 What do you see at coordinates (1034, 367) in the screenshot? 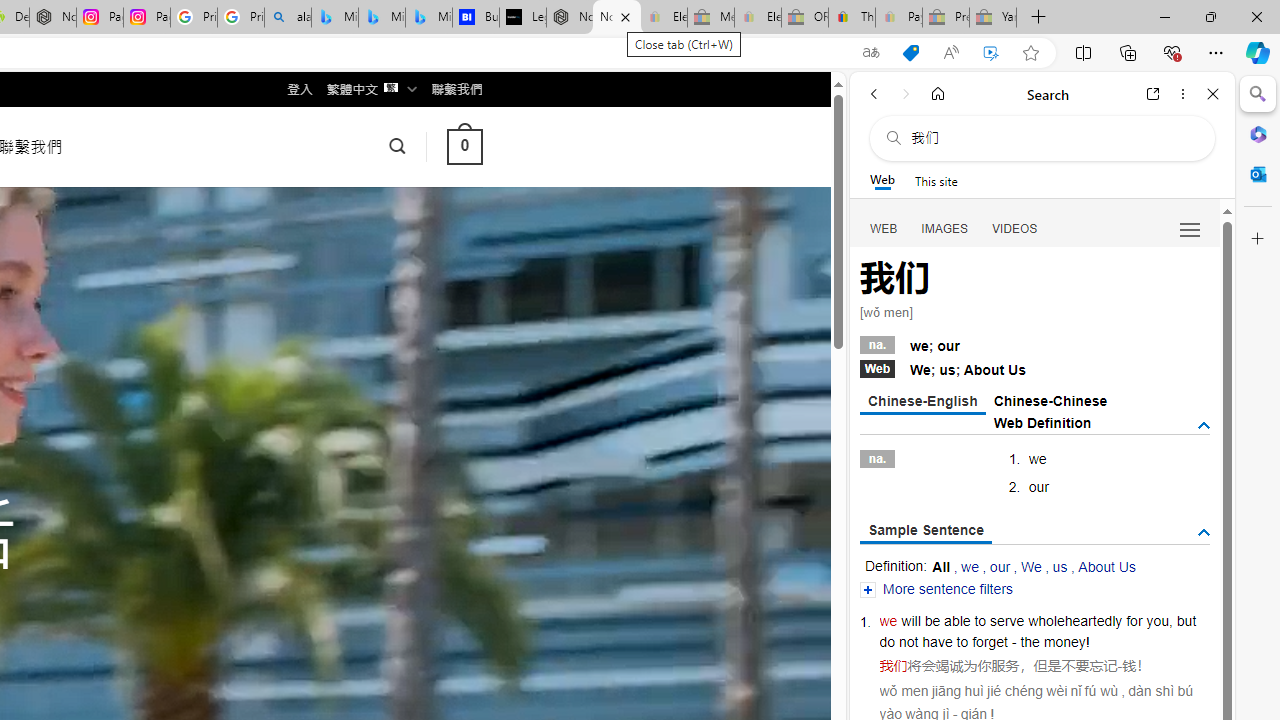
I see `'WebWe; us; About Us'` at bounding box center [1034, 367].